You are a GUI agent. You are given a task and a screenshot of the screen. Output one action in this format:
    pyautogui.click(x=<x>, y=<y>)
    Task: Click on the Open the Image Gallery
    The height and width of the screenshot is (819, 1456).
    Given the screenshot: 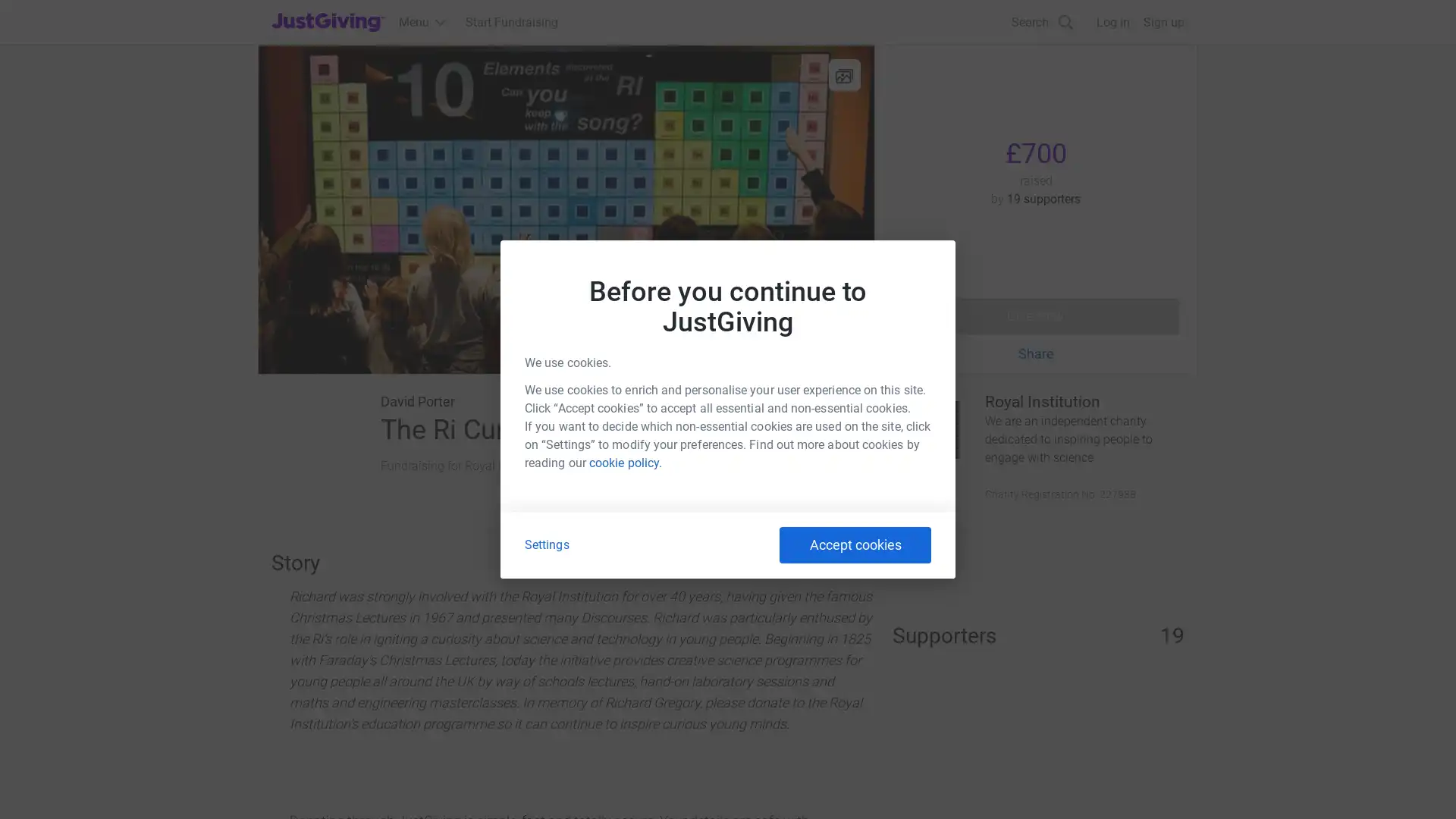 What is the action you would take?
    pyautogui.click(x=565, y=209)
    